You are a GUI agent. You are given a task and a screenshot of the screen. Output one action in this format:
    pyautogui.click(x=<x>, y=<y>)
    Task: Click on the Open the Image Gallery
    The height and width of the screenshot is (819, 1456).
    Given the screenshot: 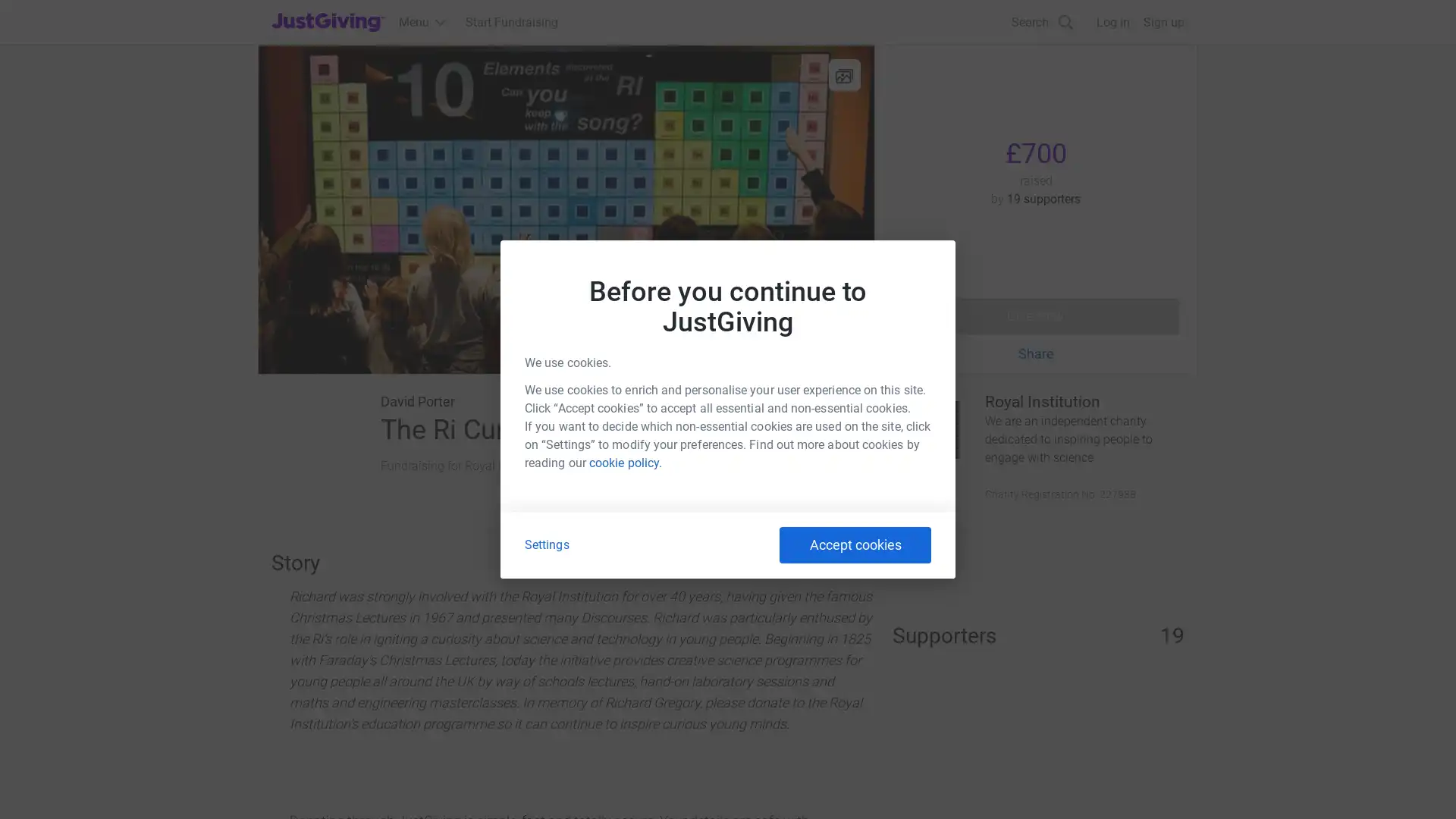 What is the action you would take?
    pyautogui.click(x=565, y=209)
    